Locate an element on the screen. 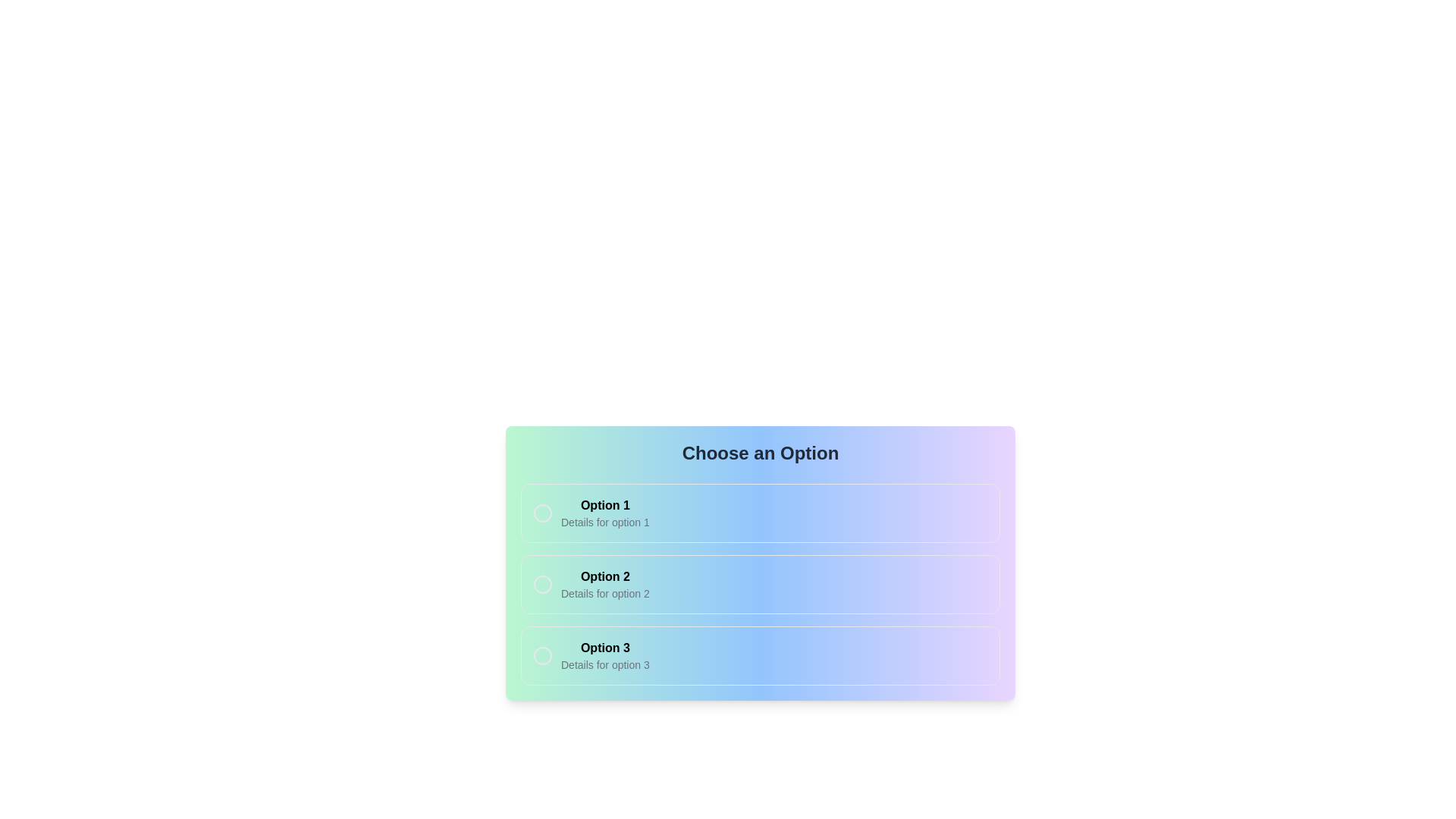 The width and height of the screenshot is (1456, 819). the blue-filled circular radio button indicating the selected state is located at coordinates (542, 584).